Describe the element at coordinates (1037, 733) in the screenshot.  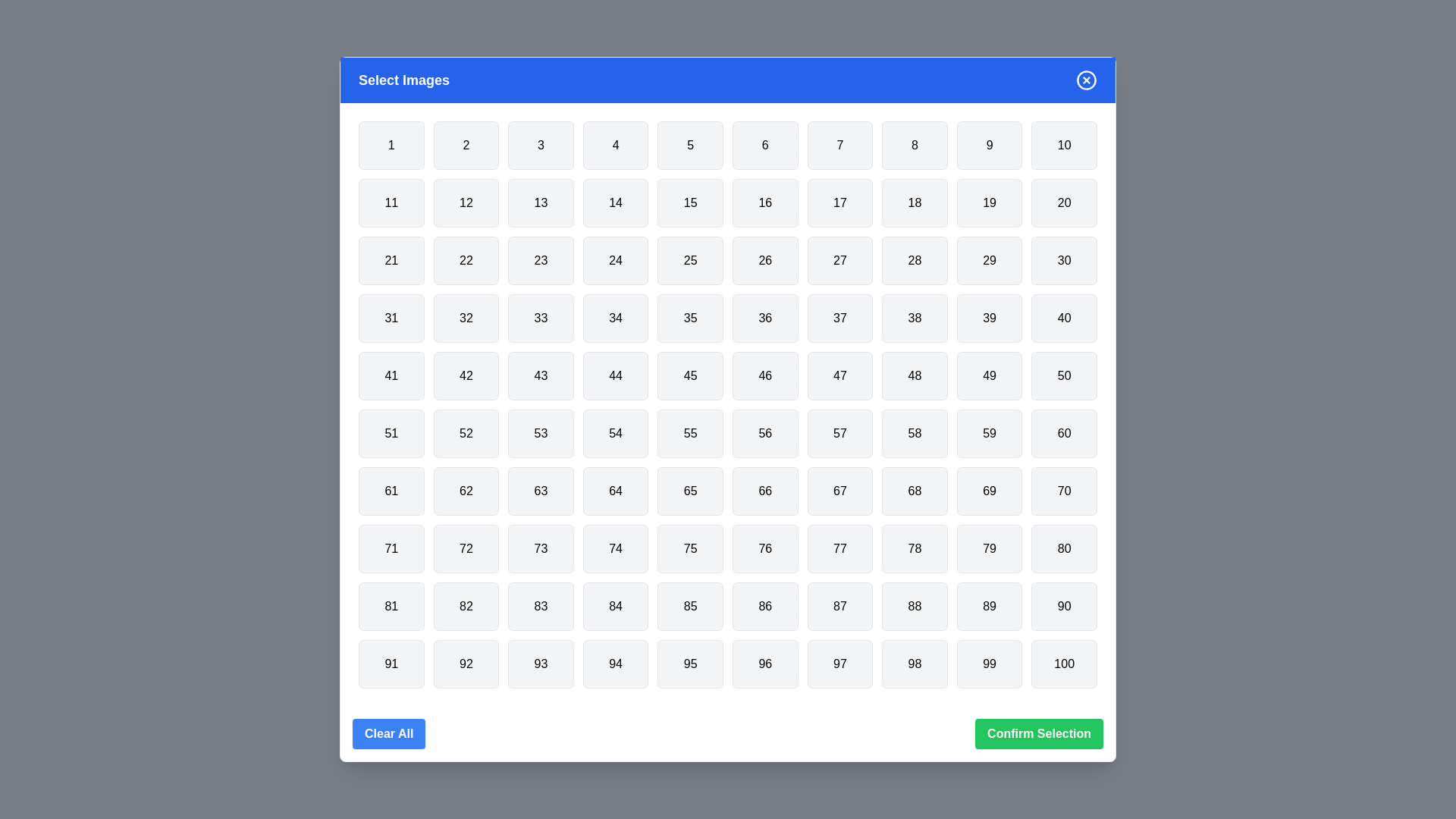
I see `the 'Confirm Selection' button to confirm the selected grid items` at that location.